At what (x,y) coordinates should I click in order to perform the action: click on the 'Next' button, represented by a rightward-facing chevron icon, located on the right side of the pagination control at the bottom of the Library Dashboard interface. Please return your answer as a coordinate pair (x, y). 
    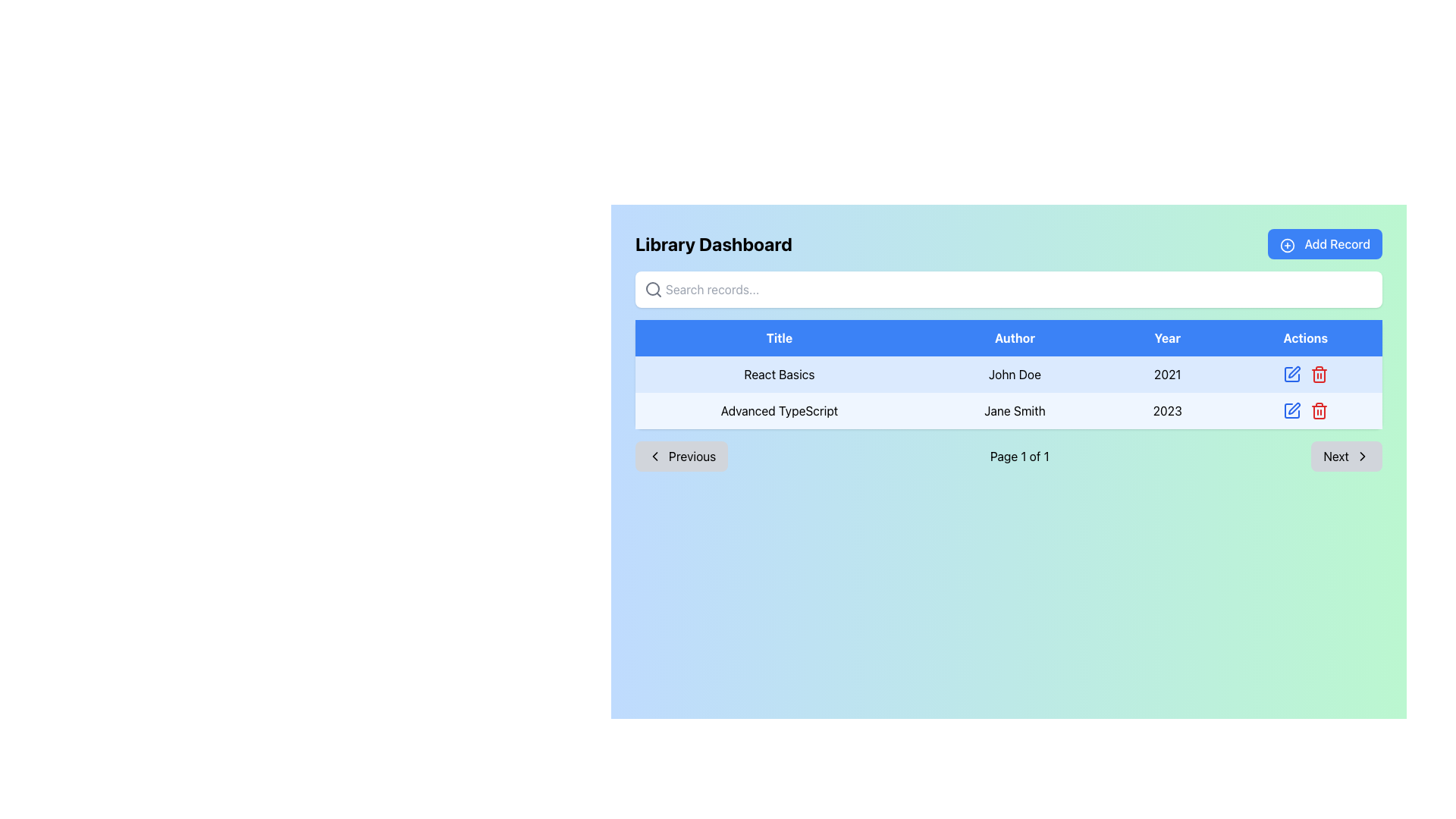
    Looking at the image, I should click on (1362, 455).